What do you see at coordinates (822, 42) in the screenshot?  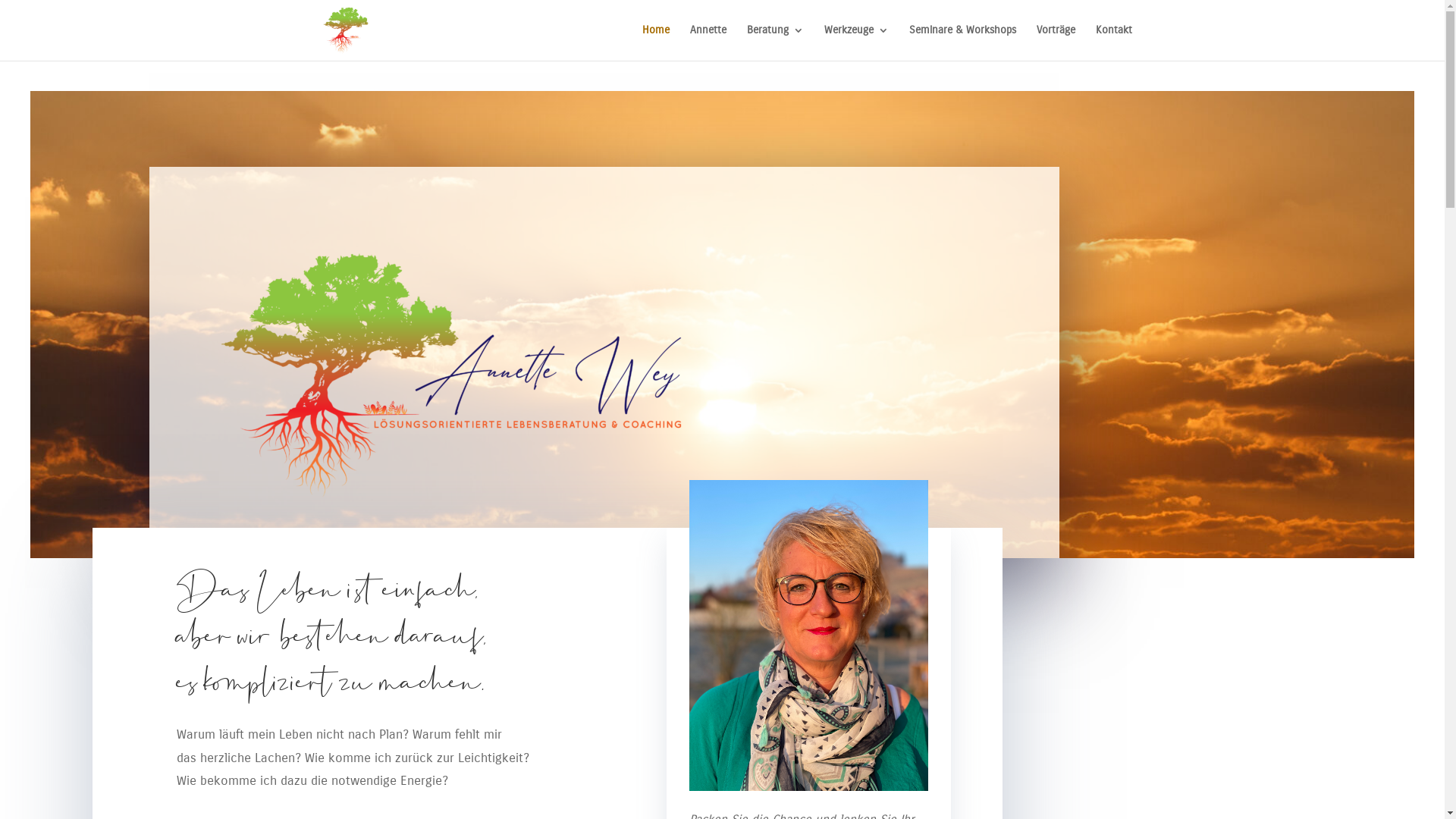 I see `'Werkzeuge'` at bounding box center [822, 42].